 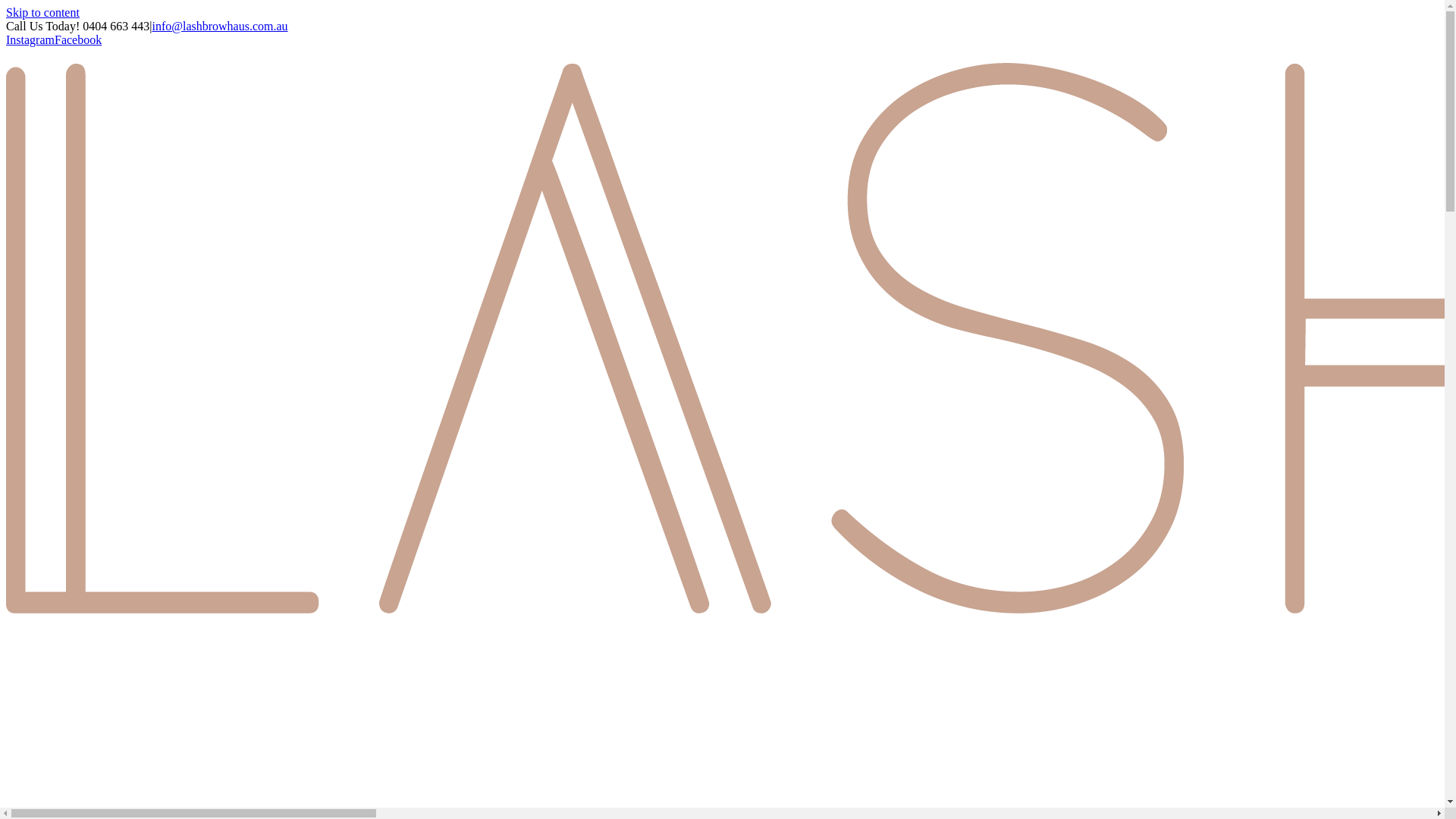 What do you see at coordinates (77, 39) in the screenshot?
I see `'Facebook'` at bounding box center [77, 39].